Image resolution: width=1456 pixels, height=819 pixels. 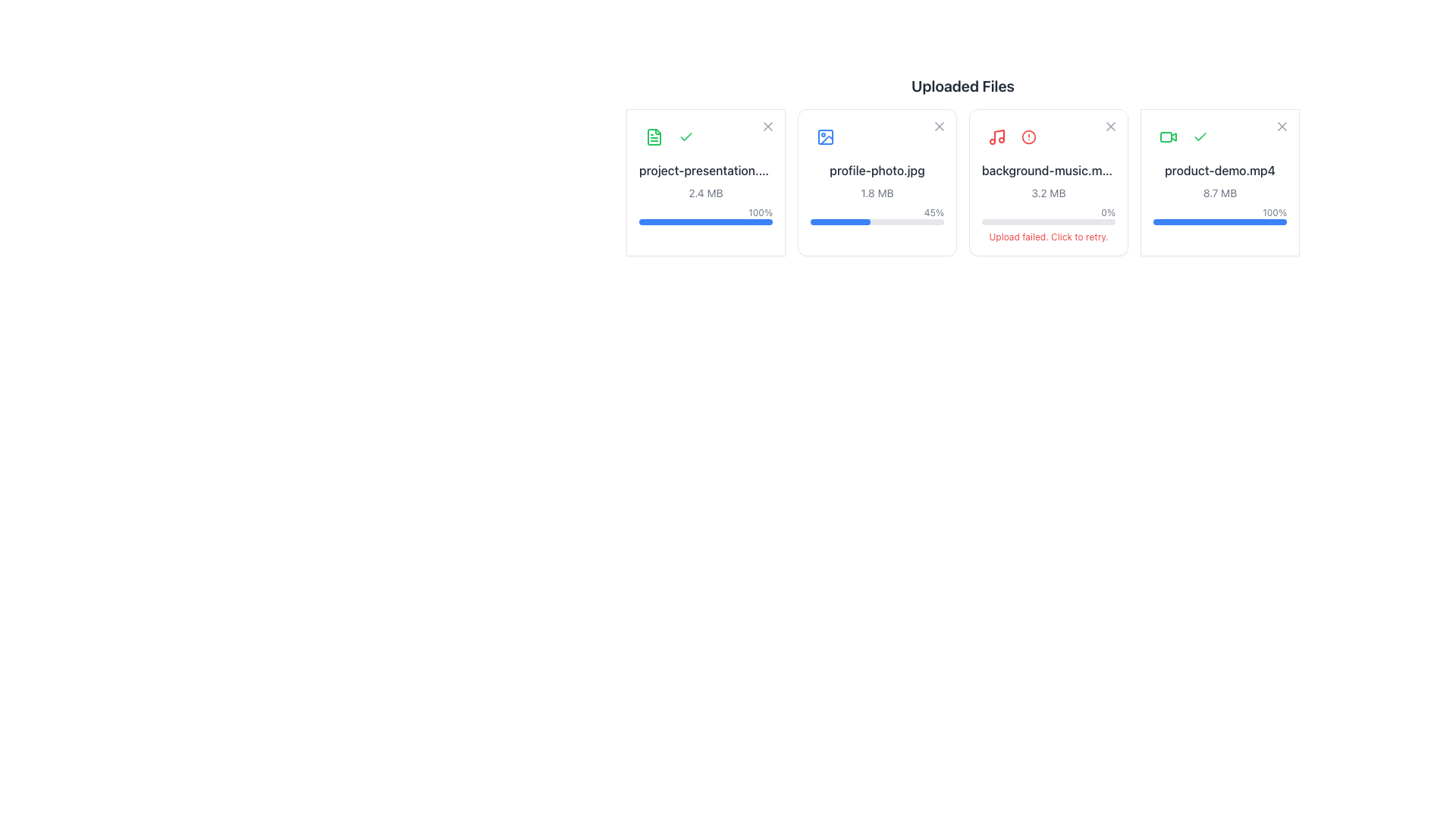 What do you see at coordinates (654, 137) in the screenshot?
I see `the compact document icon with a green theme located in the upper-left corner of the 'project-presentation' file upload card` at bounding box center [654, 137].